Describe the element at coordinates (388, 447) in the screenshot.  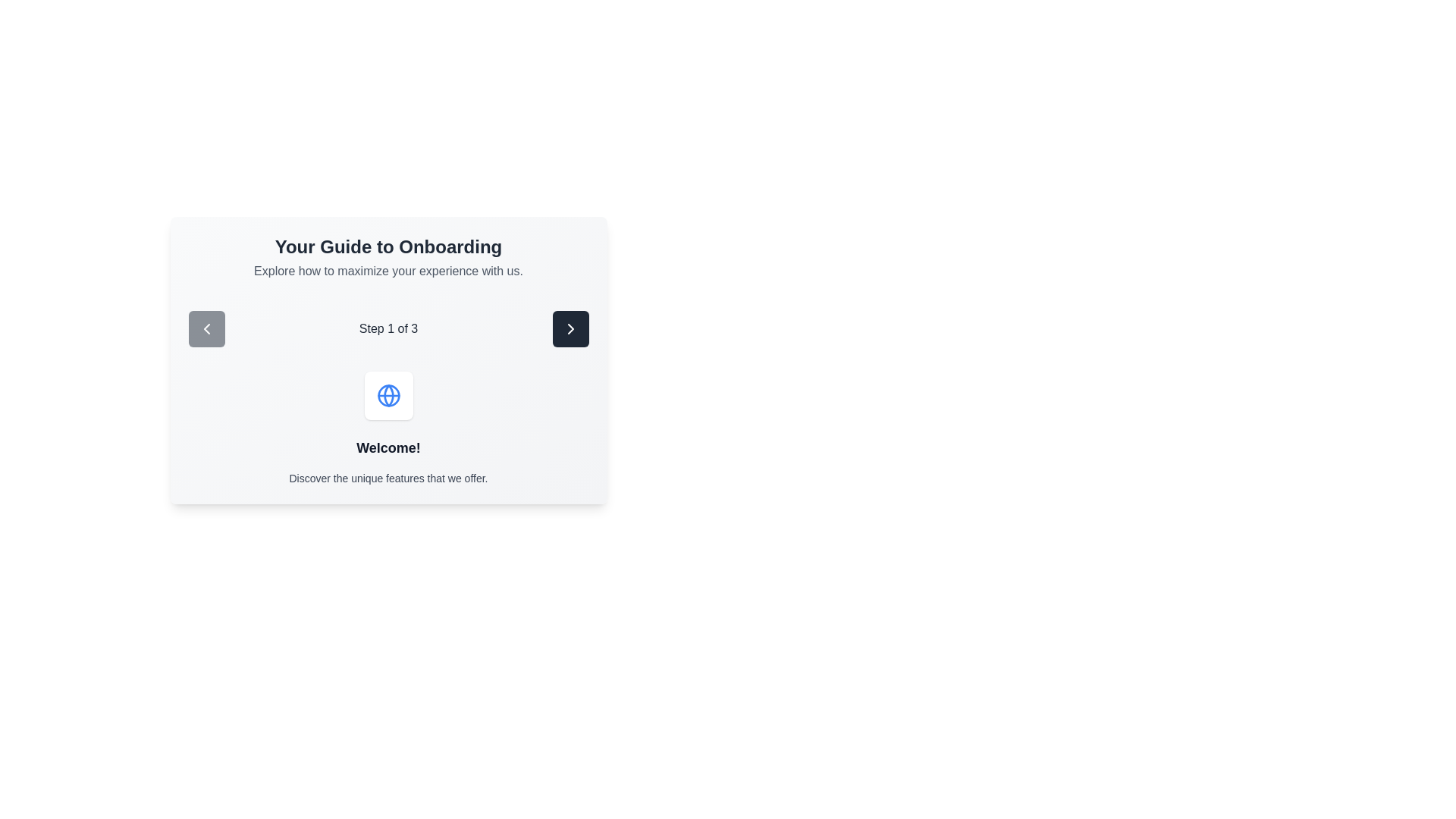
I see `the welcome Text Label that provides introductory information in the onboarding process, located above the 'Discover the unique features that we offer.' text element` at that location.